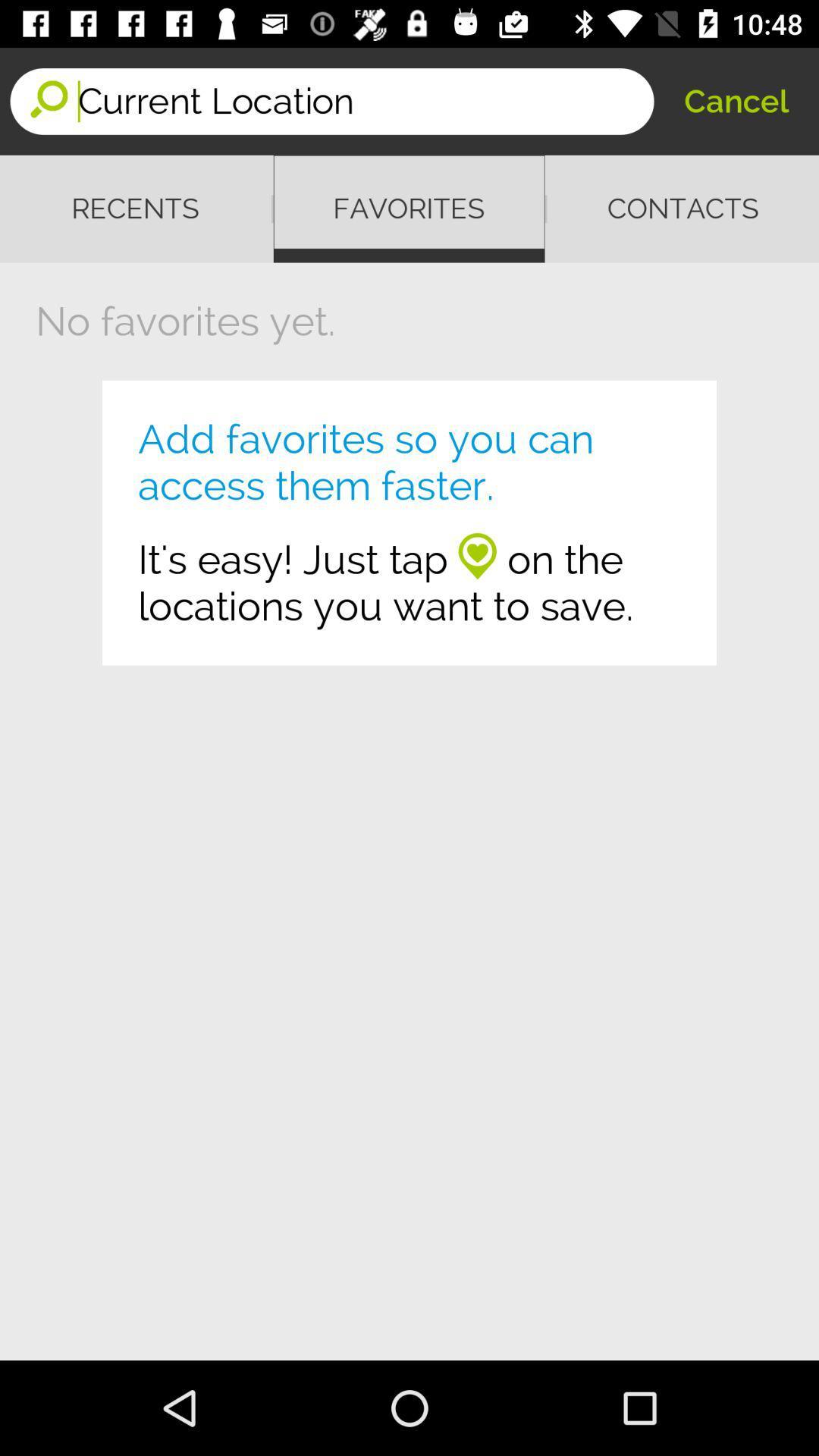  What do you see at coordinates (736, 100) in the screenshot?
I see `the item to the right of the current location` at bounding box center [736, 100].